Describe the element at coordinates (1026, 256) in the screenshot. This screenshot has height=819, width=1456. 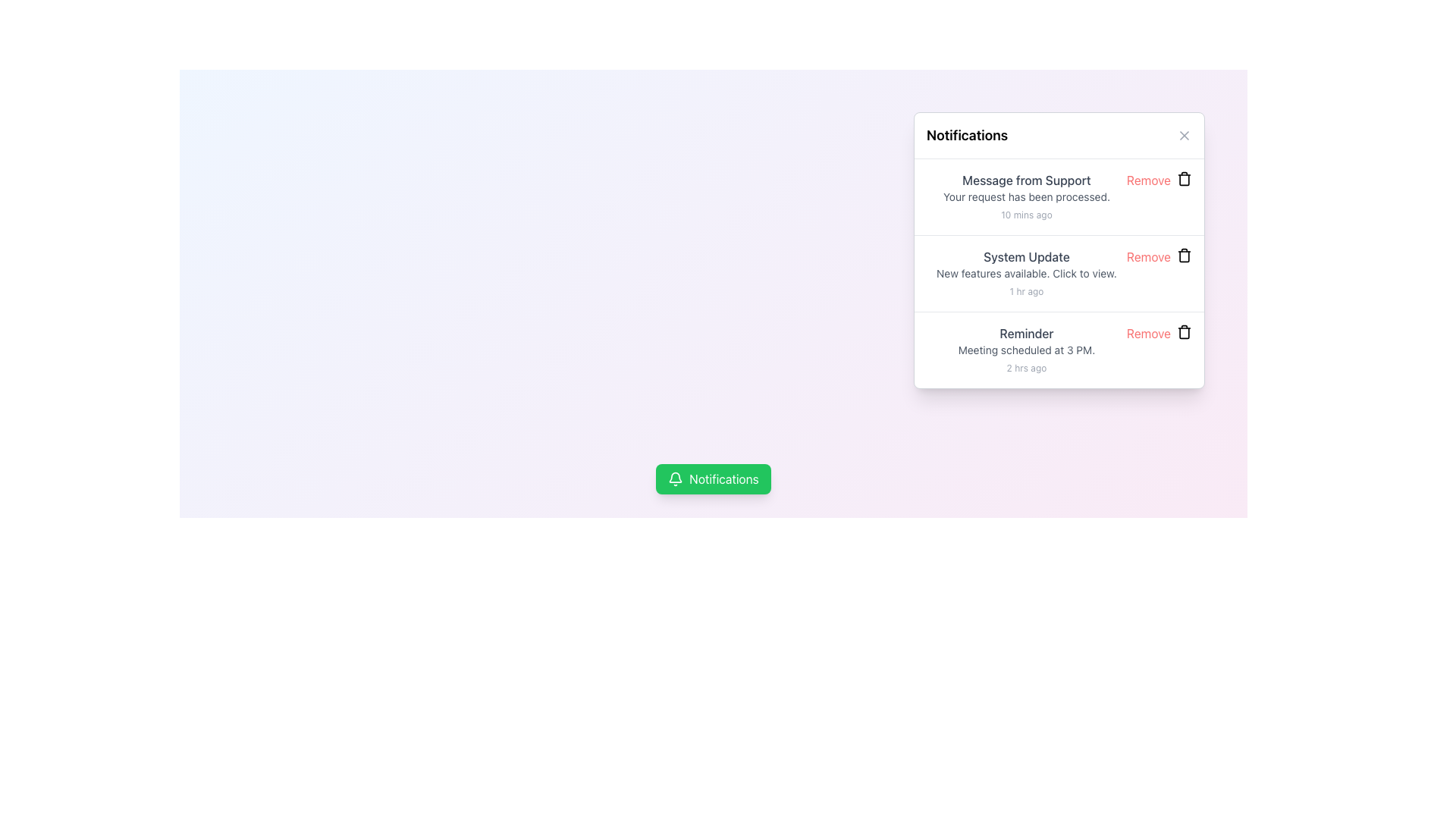
I see `the text label indicating the subject or title of the notification message located in the second notification entry below 'Message from Support' and above 'Reminder'` at that location.